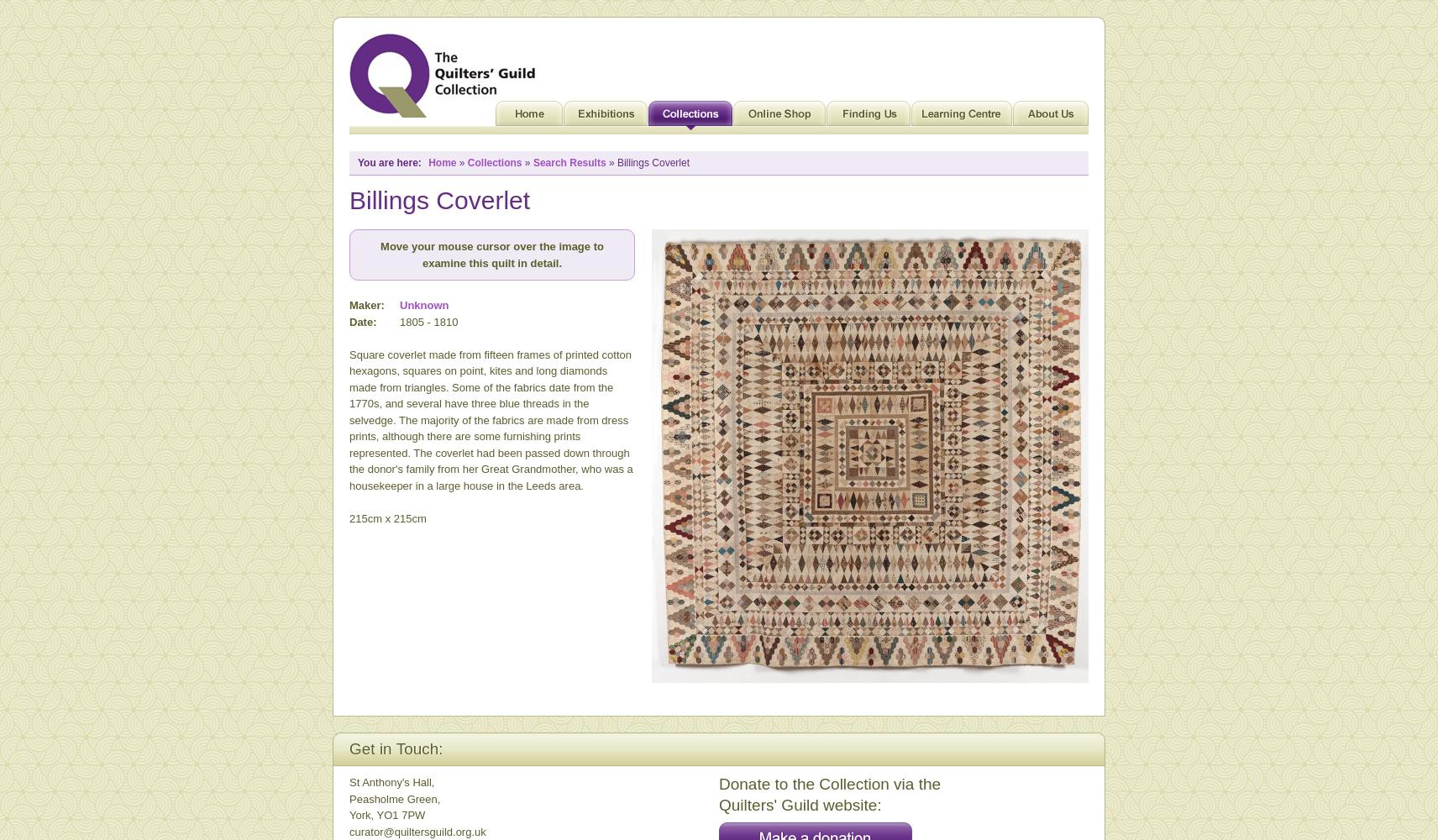  What do you see at coordinates (357, 162) in the screenshot?
I see `'You are here:'` at bounding box center [357, 162].